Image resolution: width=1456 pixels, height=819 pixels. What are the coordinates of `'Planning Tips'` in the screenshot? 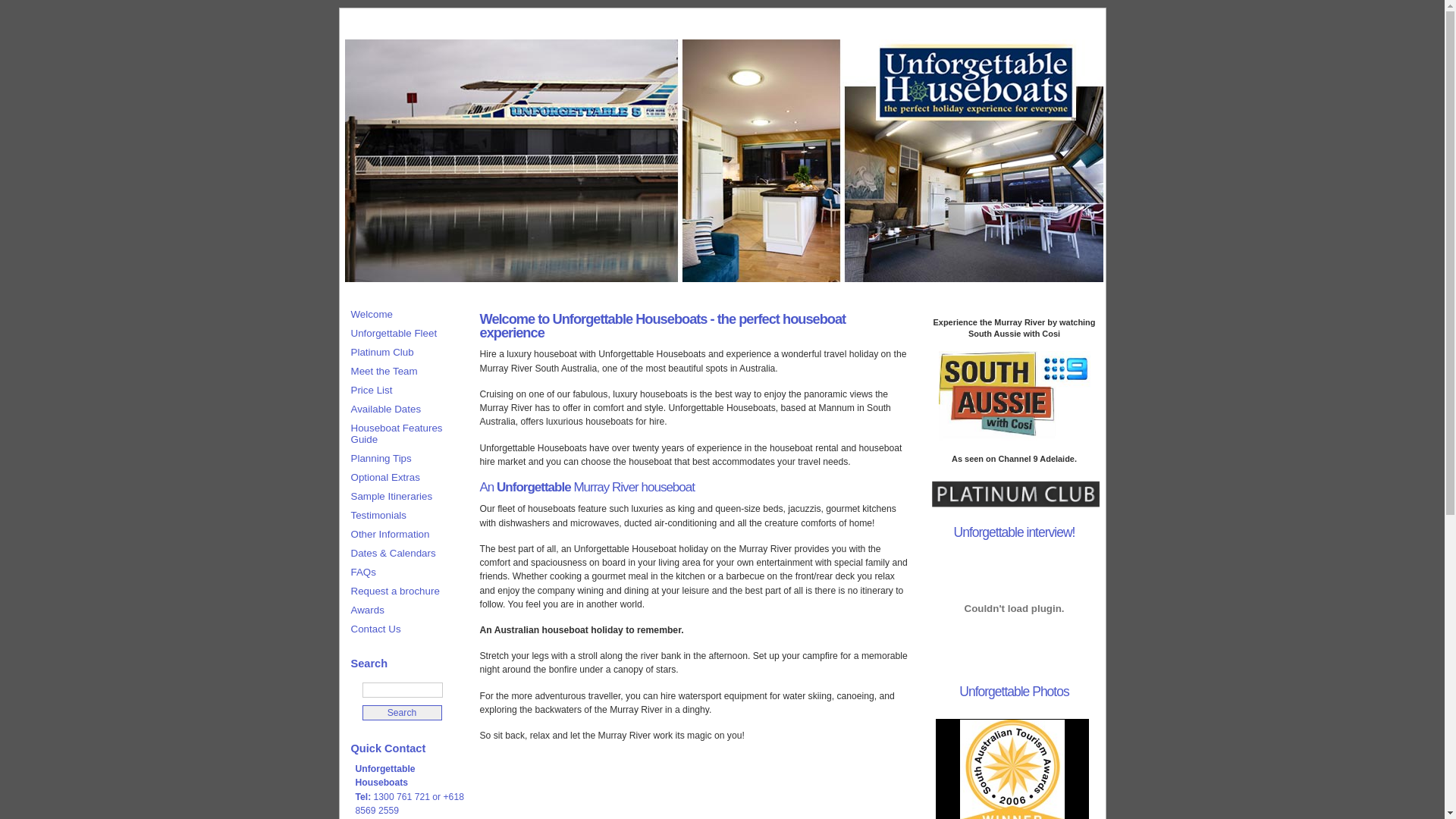 It's located at (341, 457).